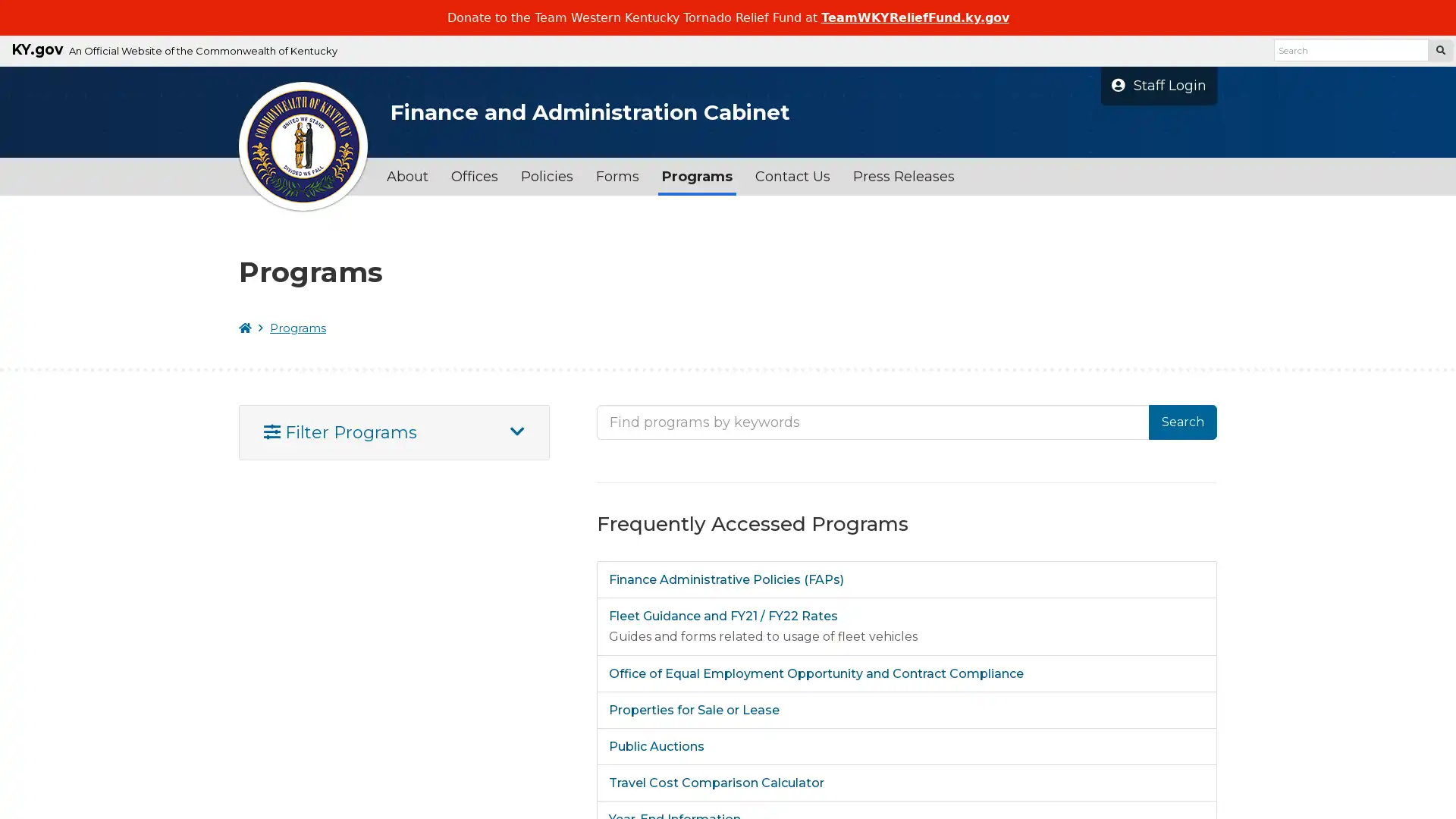 This screenshot has height=819, width=1456. I want to click on Search, so click(1182, 421).